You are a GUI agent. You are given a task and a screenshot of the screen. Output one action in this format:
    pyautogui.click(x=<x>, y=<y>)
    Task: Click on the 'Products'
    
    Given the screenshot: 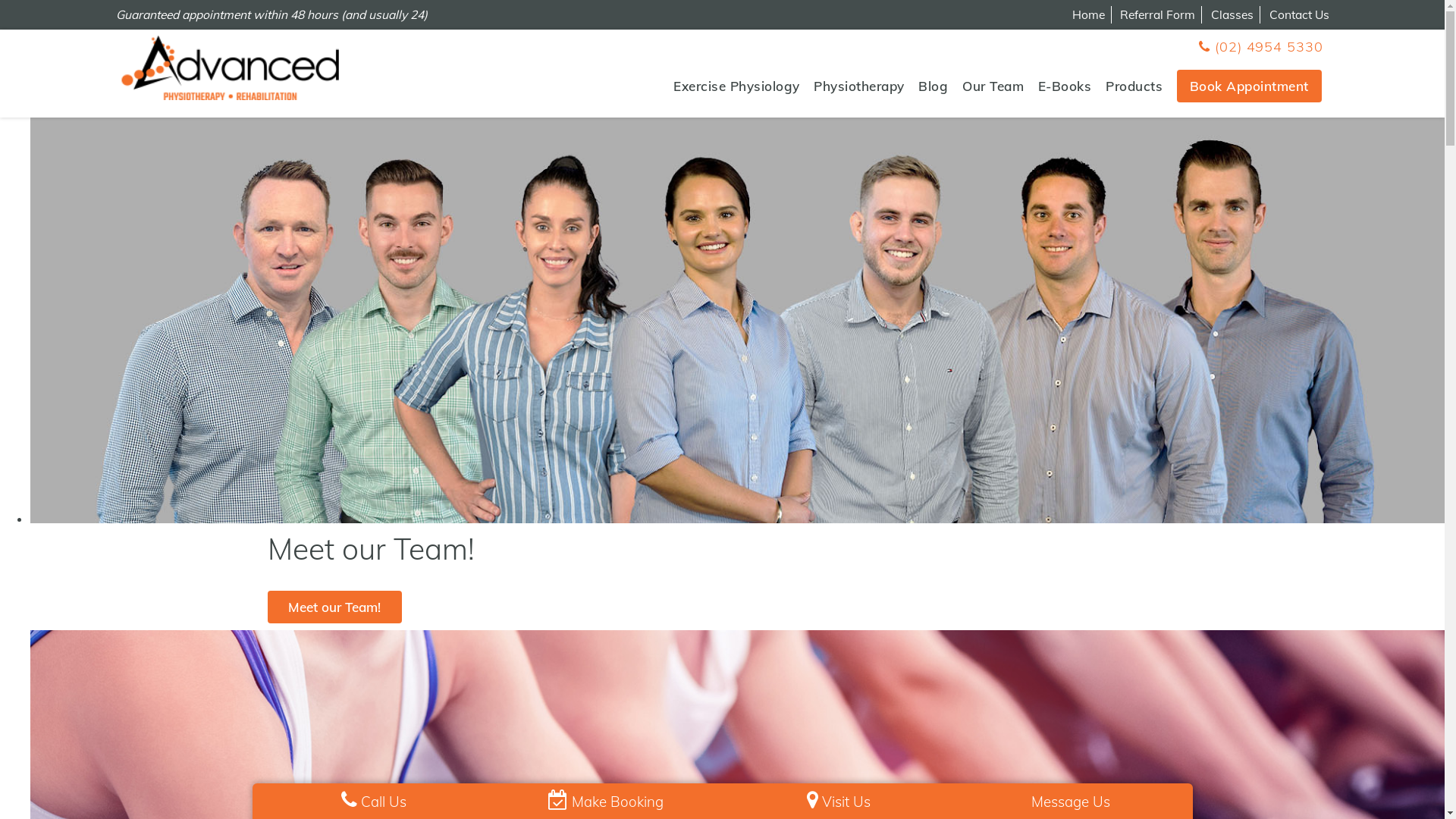 What is the action you would take?
    pyautogui.click(x=1106, y=86)
    